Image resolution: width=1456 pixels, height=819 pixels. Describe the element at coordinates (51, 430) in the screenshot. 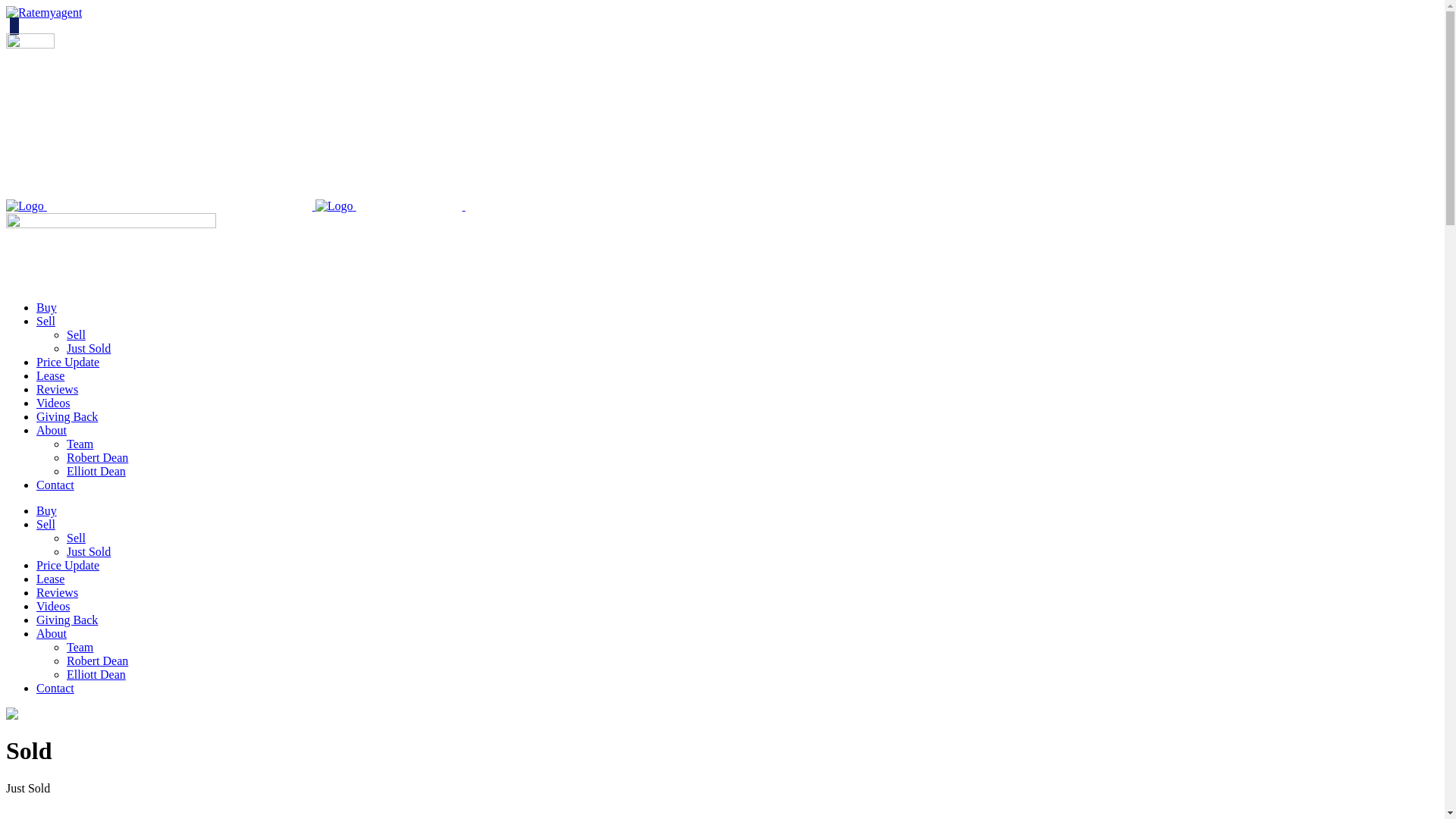

I see `'About'` at that location.